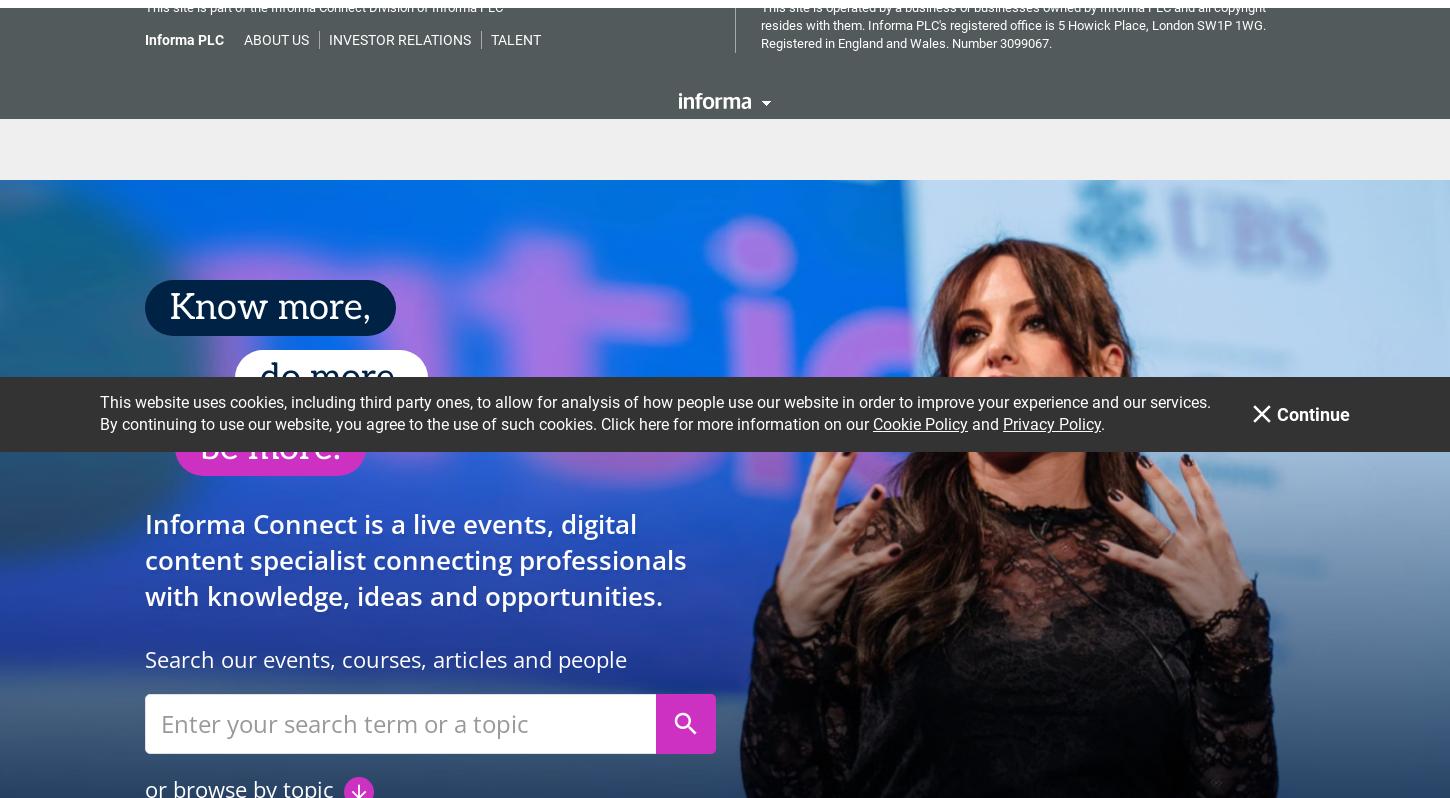  Describe the element at coordinates (415, 551) in the screenshot. I see `'Informa Connect is a live events, digital content specialist connecting professionals with knowledge, ideas and opportunities.'` at that location.